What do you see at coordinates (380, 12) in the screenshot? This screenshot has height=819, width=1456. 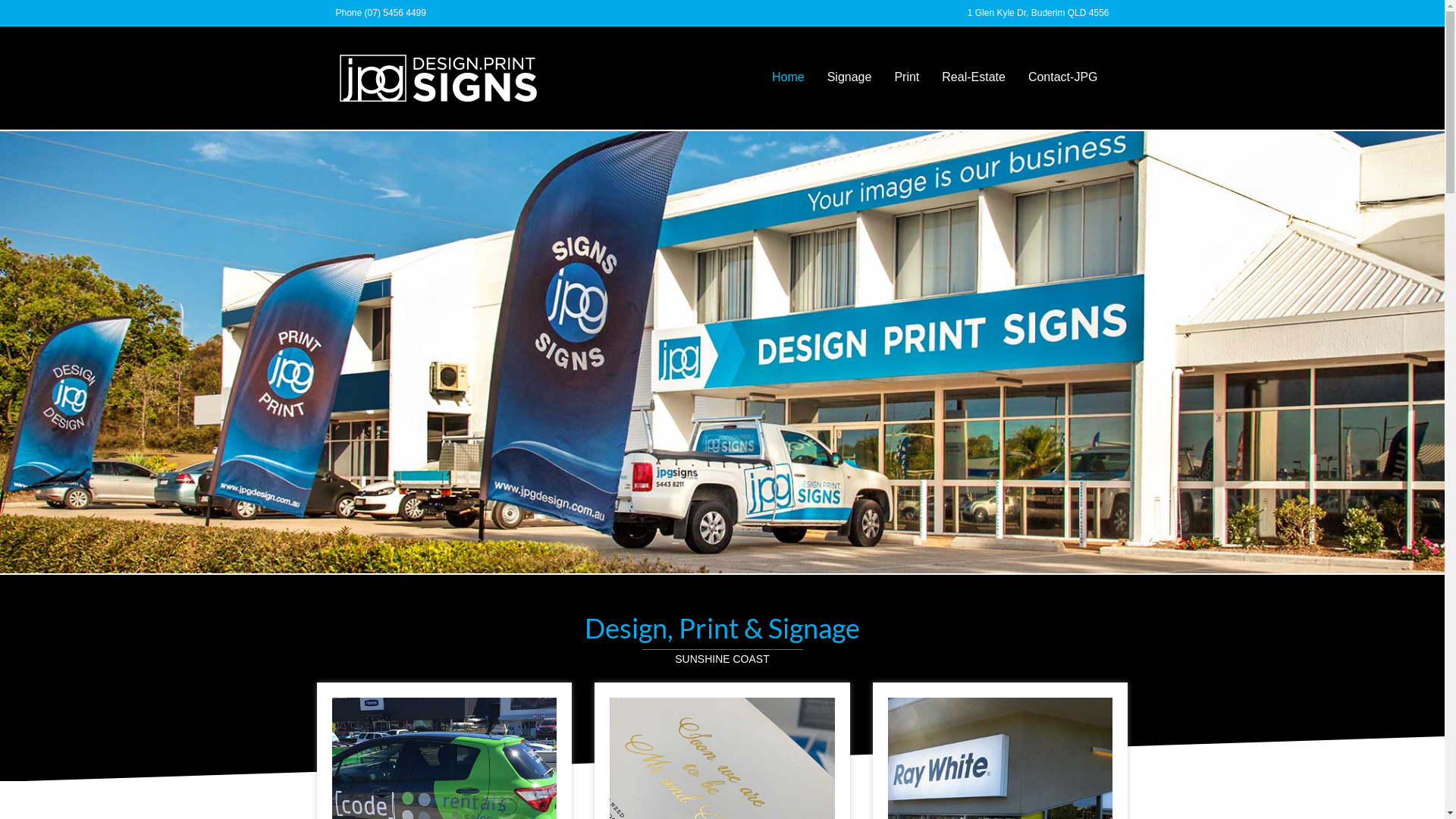 I see `'Phone (07) 5456 4499'` at bounding box center [380, 12].